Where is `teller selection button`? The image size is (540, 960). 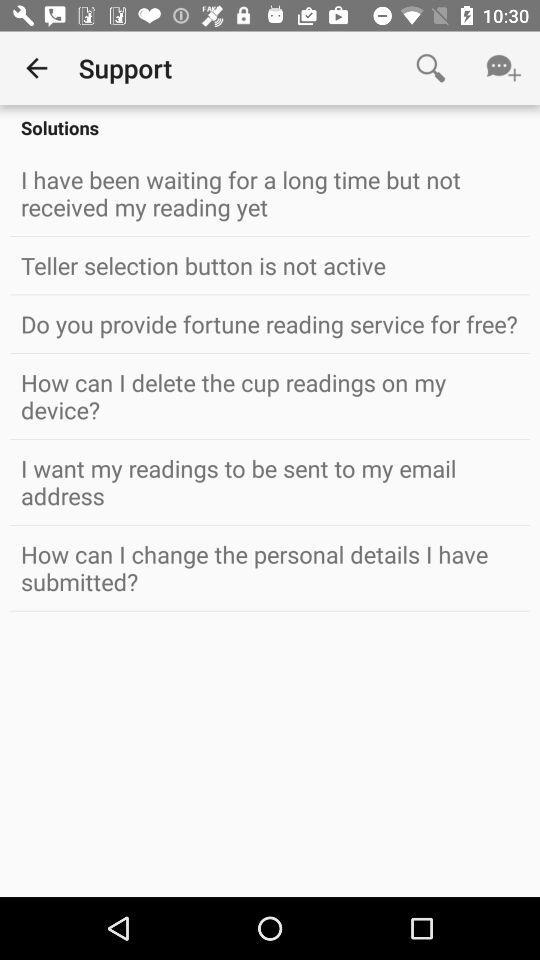
teller selection button is located at coordinates (270, 264).